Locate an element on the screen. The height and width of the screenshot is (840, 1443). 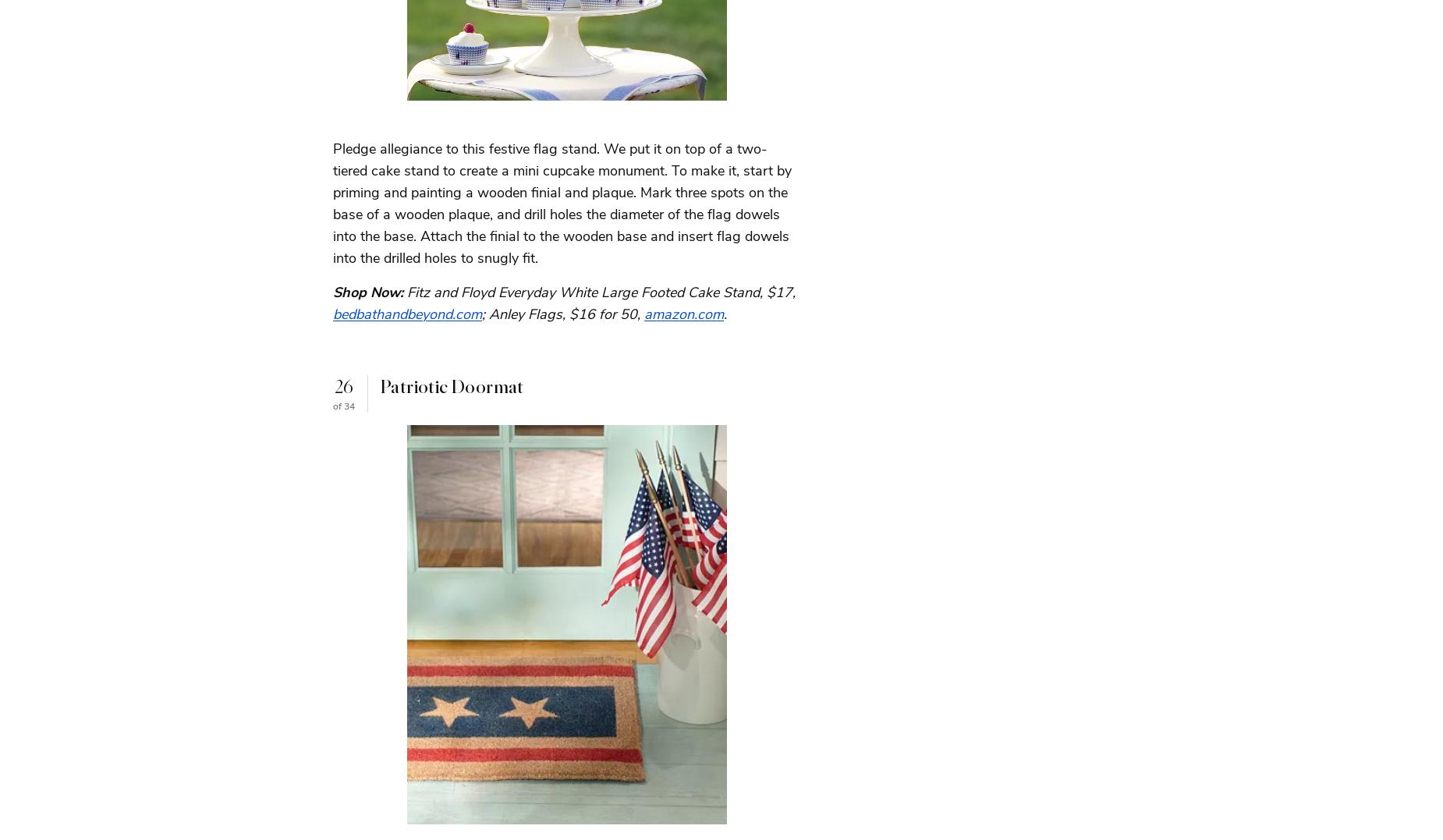
'; Anley Flags, $16 for 50,' is located at coordinates (482, 314).